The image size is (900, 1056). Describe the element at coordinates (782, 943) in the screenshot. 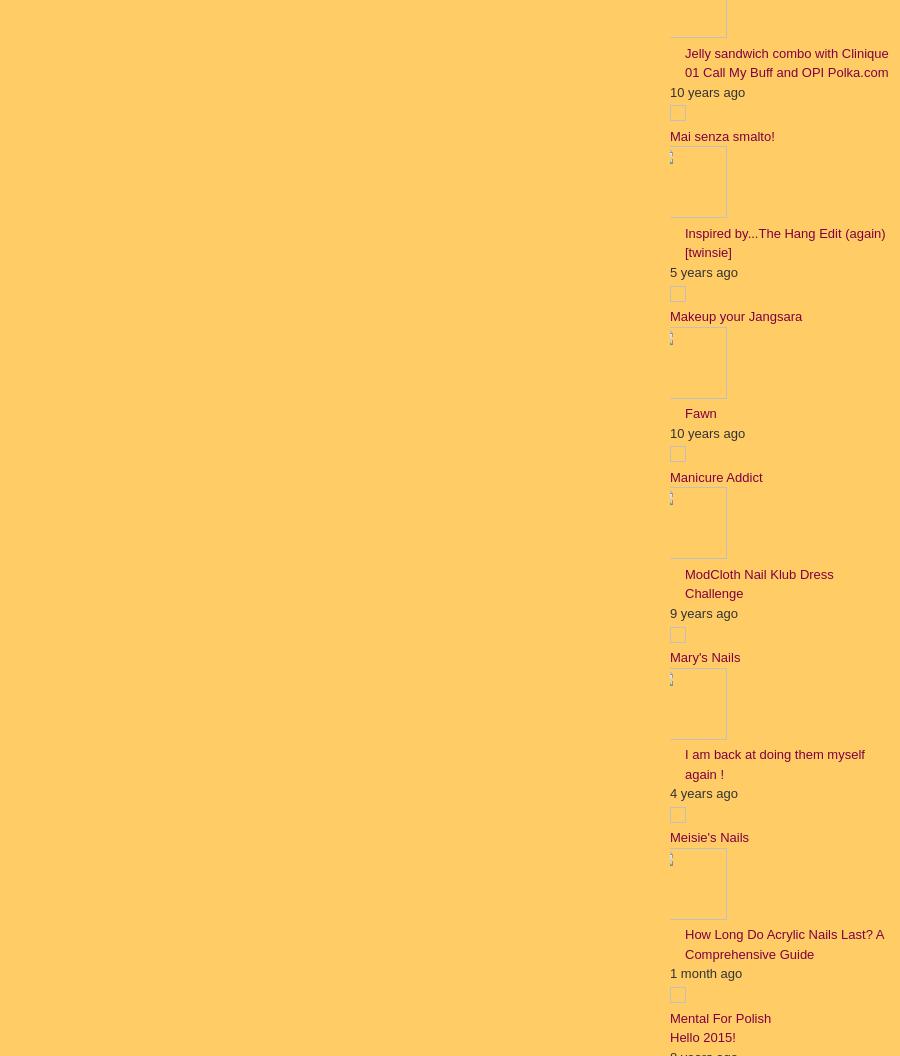

I see `'How Long Do Acrylic Nails Last? A Comprehensive Guide'` at that location.